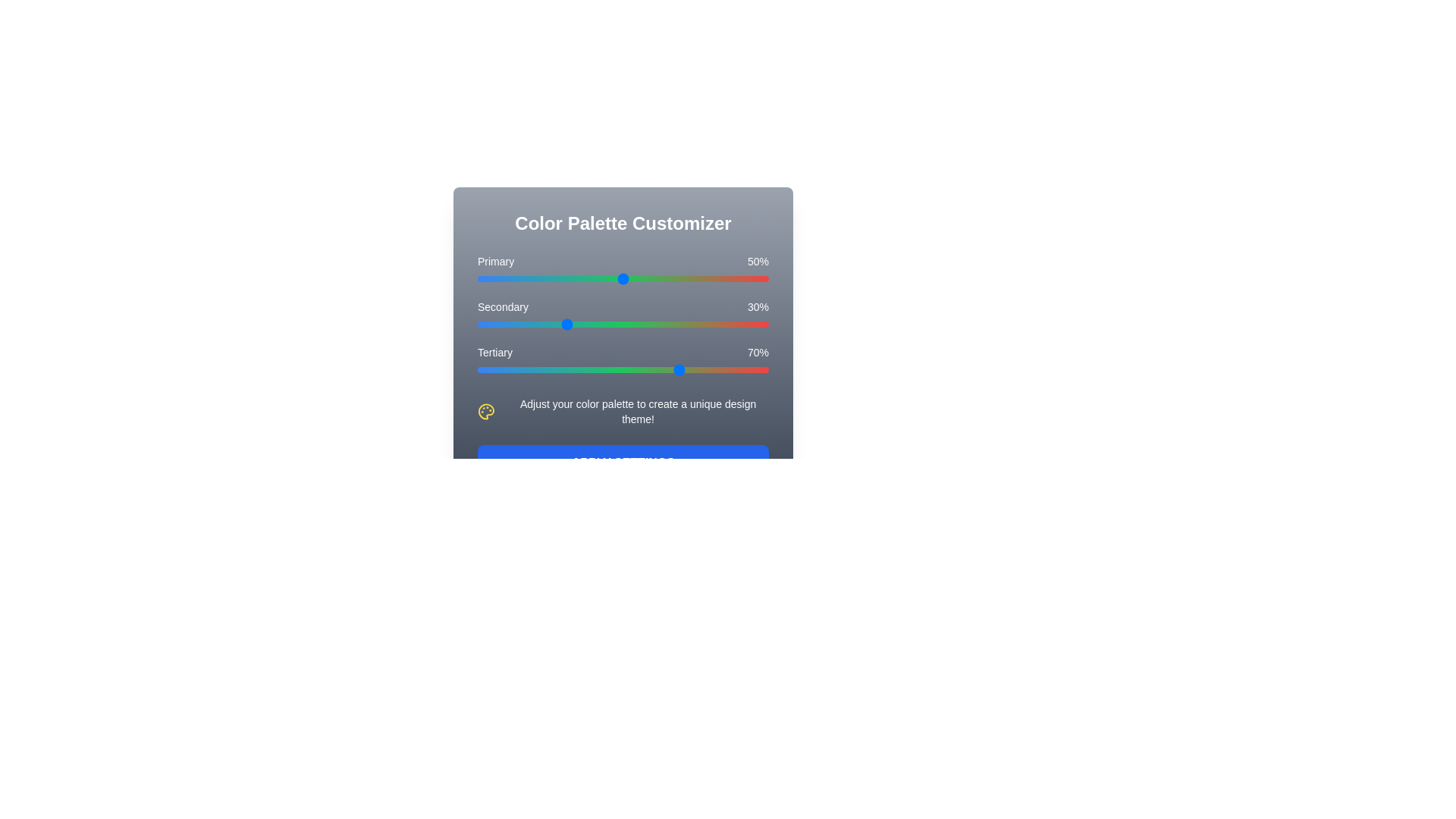 The height and width of the screenshot is (819, 1456). What do you see at coordinates (486, 370) in the screenshot?
I see `the tertiary color value` at bounding box center [486, 370].